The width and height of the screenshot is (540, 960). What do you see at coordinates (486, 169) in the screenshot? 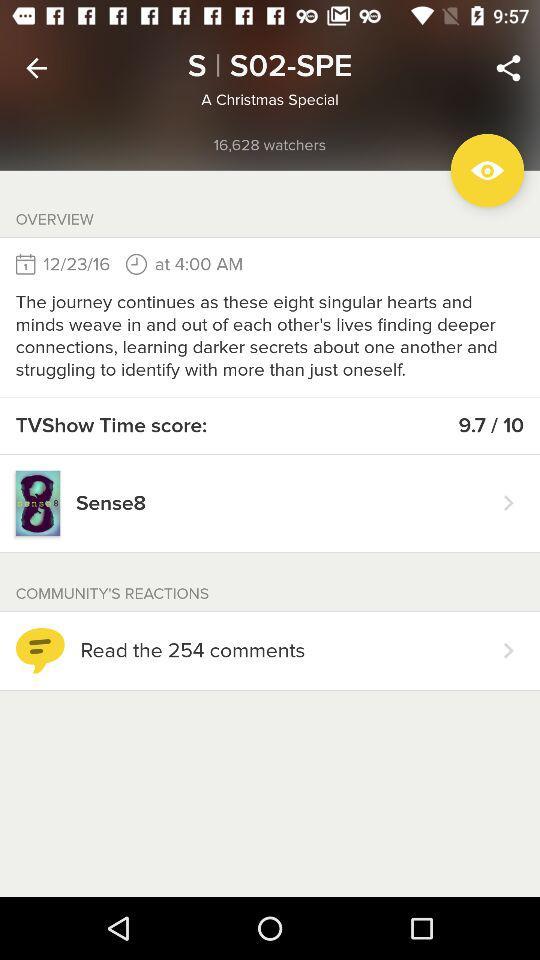
I see `the visibility icon` at bounding box center [486, 169].